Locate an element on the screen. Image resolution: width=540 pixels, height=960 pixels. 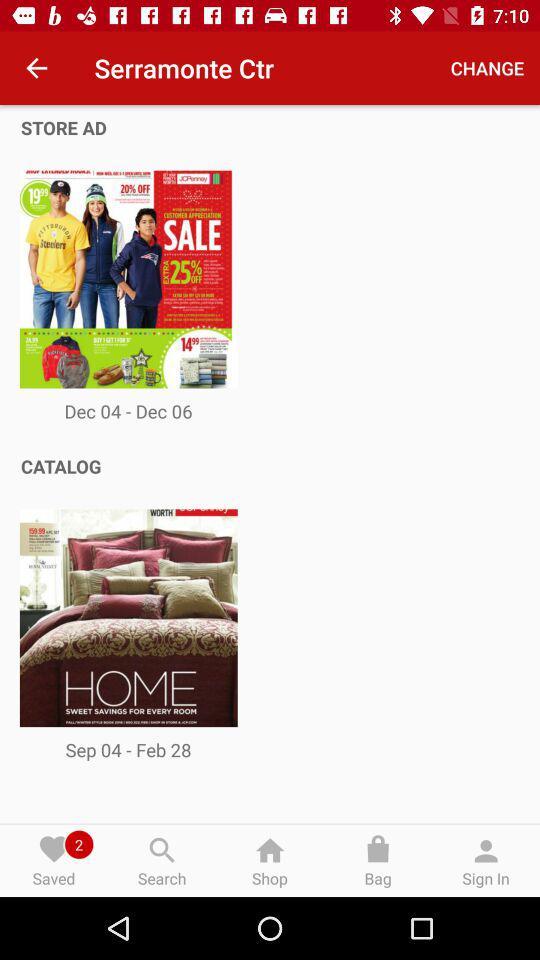
the button change at top right is located at coordinates (486, 68).